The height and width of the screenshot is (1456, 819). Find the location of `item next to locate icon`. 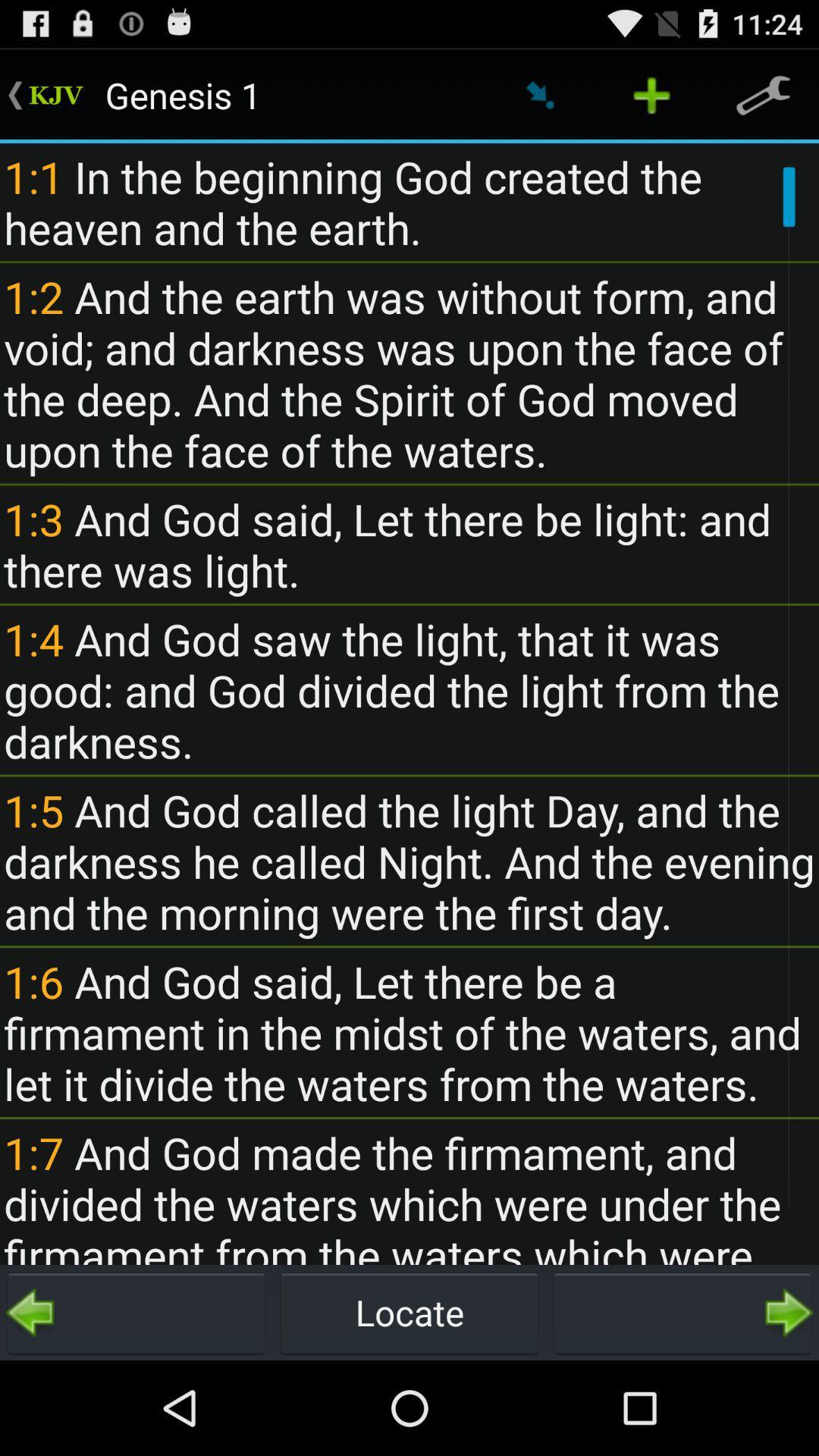

item next to locate icon is located at coordinates (136, 1312).